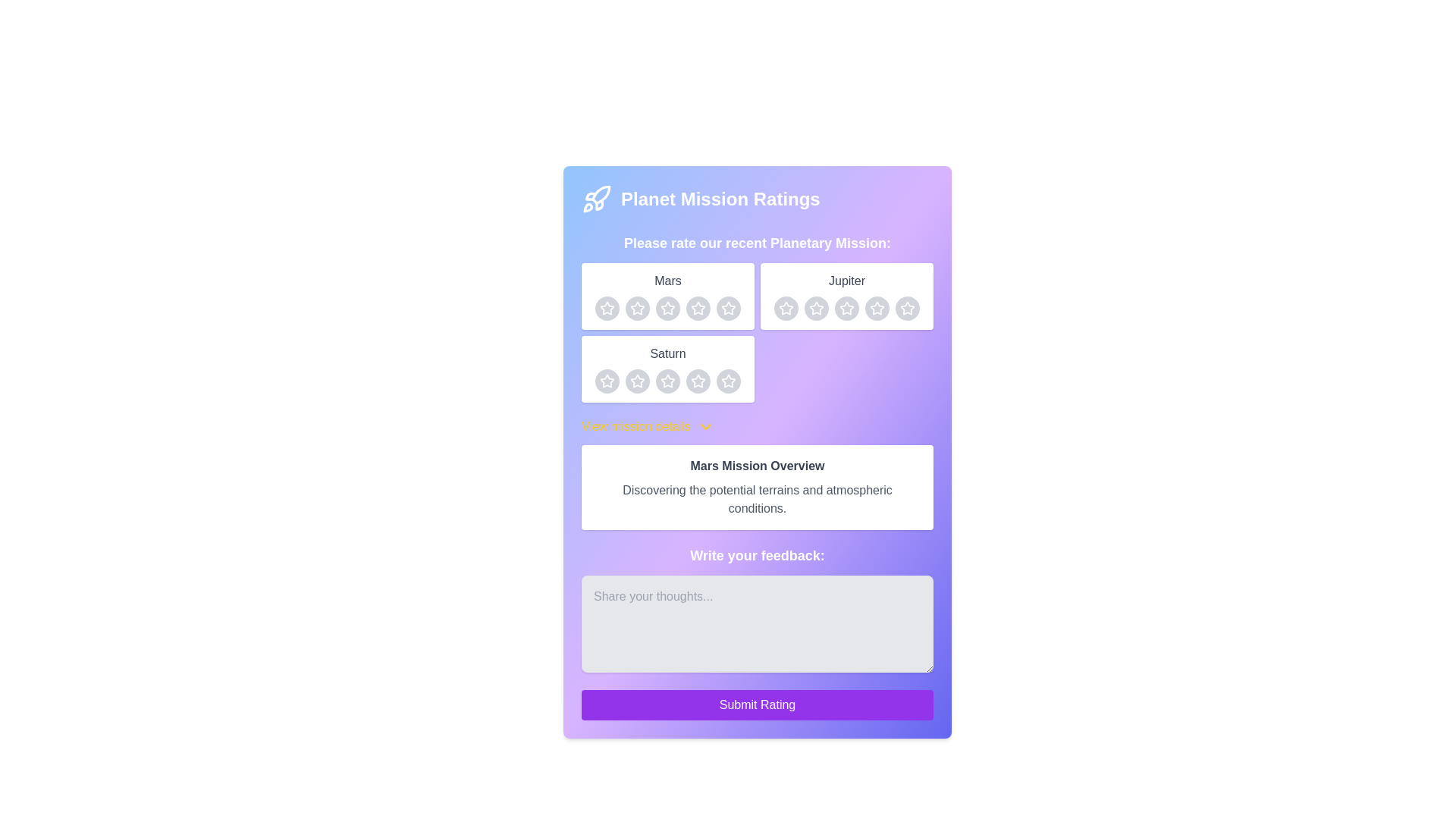  What do you see at coordinates (698, 380) in the screenshot?
I see `the third star icon in the rating section for 'Saturn' to rate it as 3 stars` at bounding box center [698, 380].